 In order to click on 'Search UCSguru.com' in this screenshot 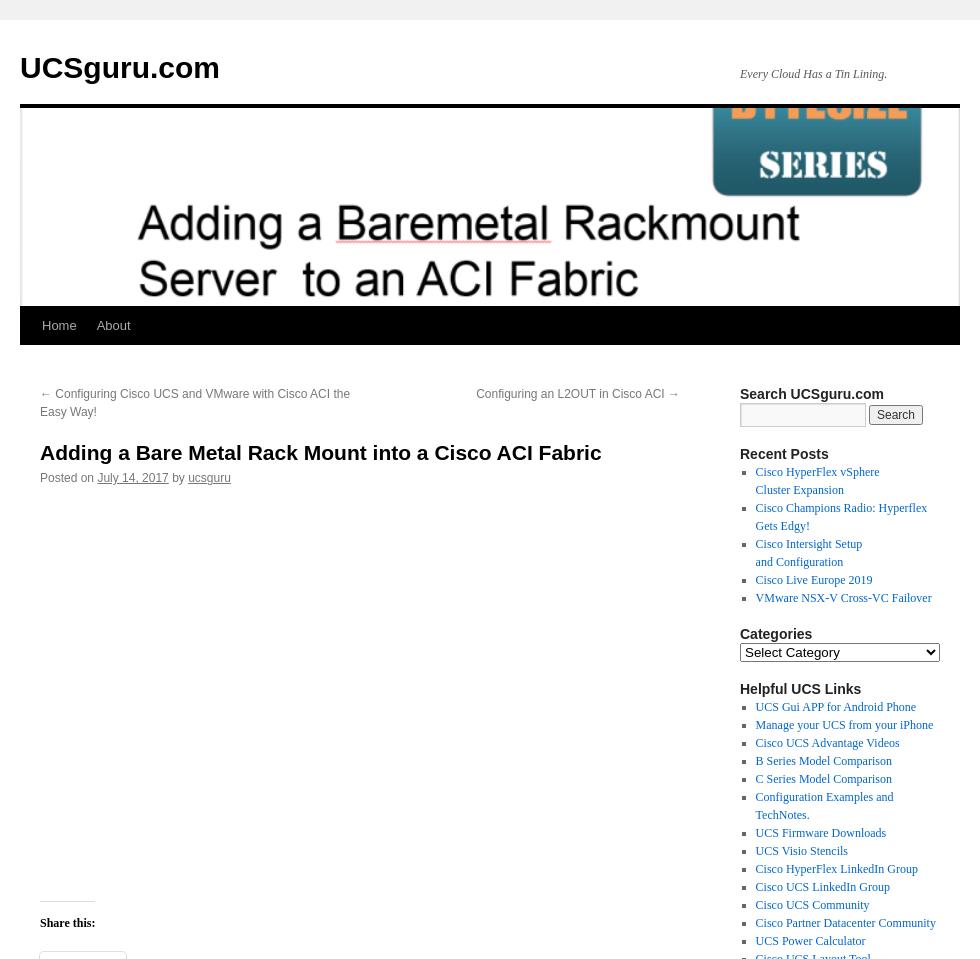, I will do `click(811, 393)`.